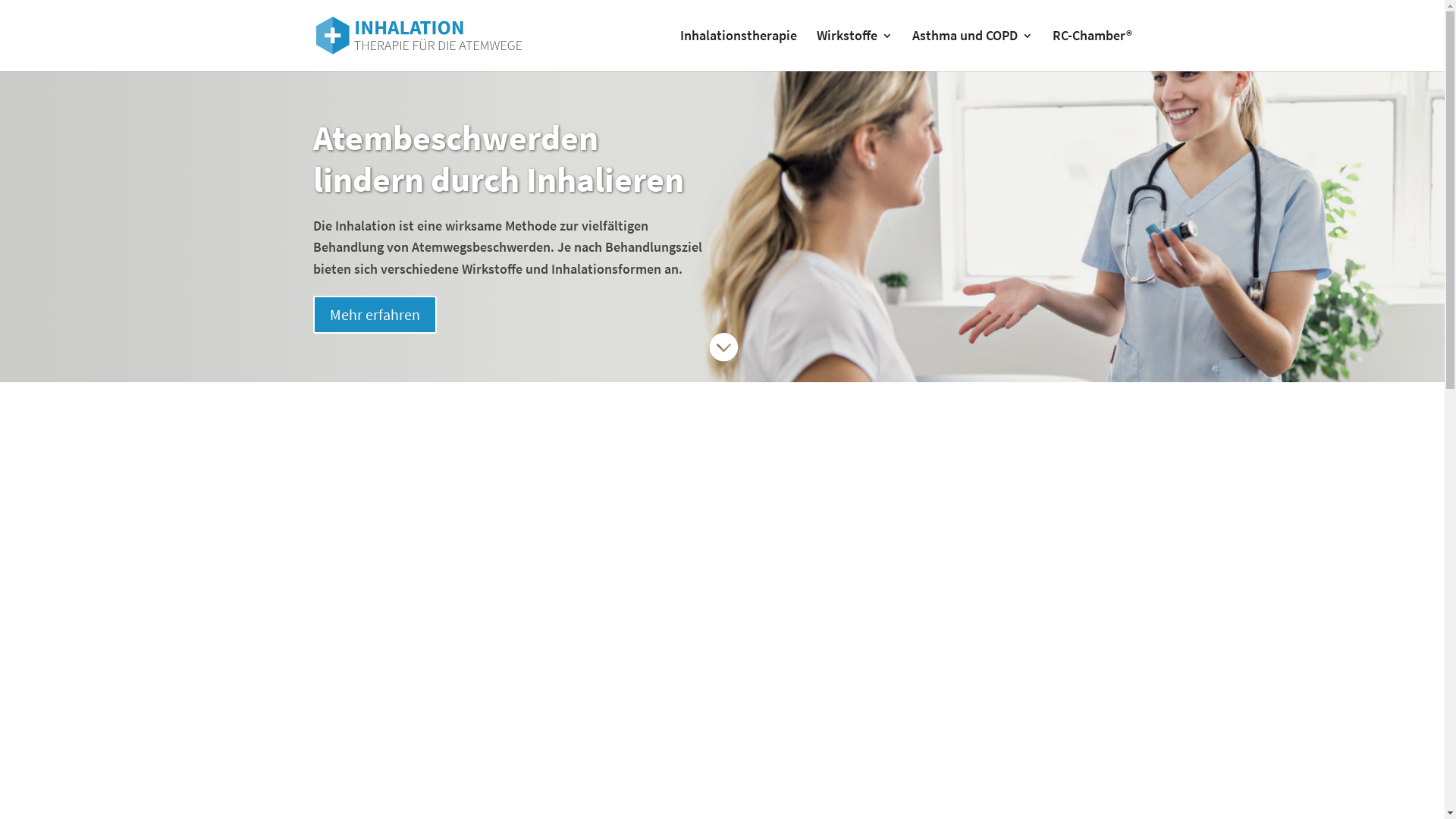 This screenshot has height=819, width=1456. What do you see at coordinates (910, 49) in the screenshot?
I see `'Asthma und COPD'` at bounding box center [910, 49].